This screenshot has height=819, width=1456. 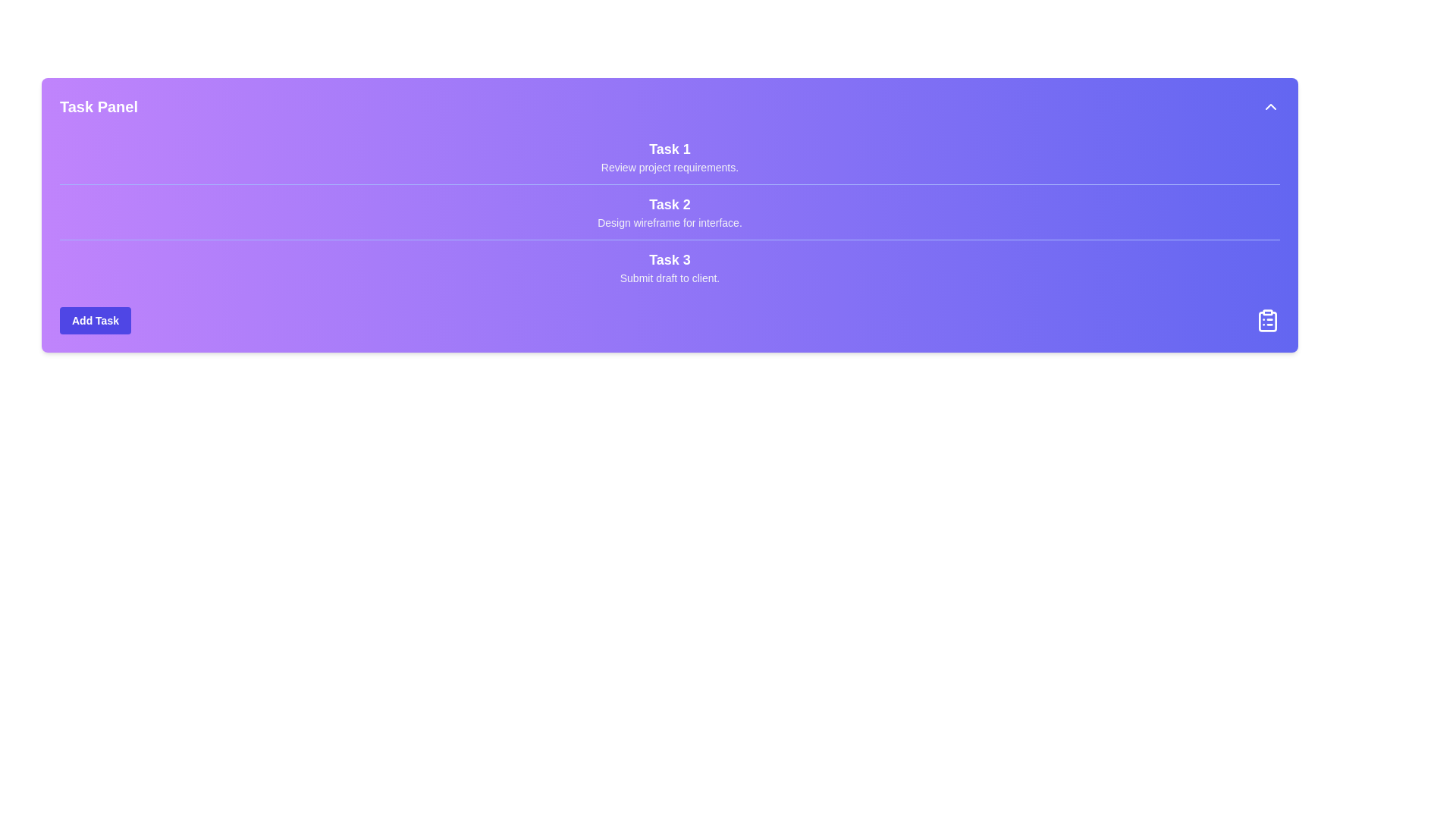 I want to click on the text label that serves as the header for 'Task 3', so click(x=669, y=259).